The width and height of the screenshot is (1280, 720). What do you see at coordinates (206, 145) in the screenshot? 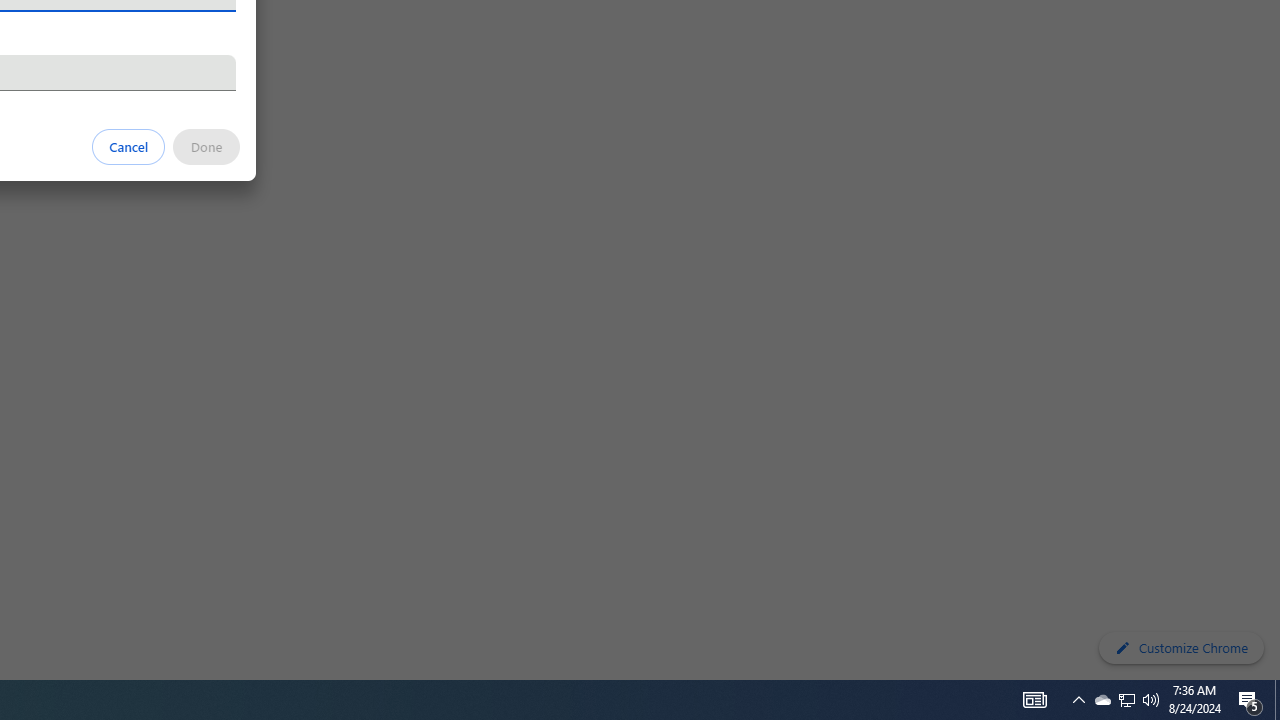
I see `'Done'` at bounding box center [206, 145].